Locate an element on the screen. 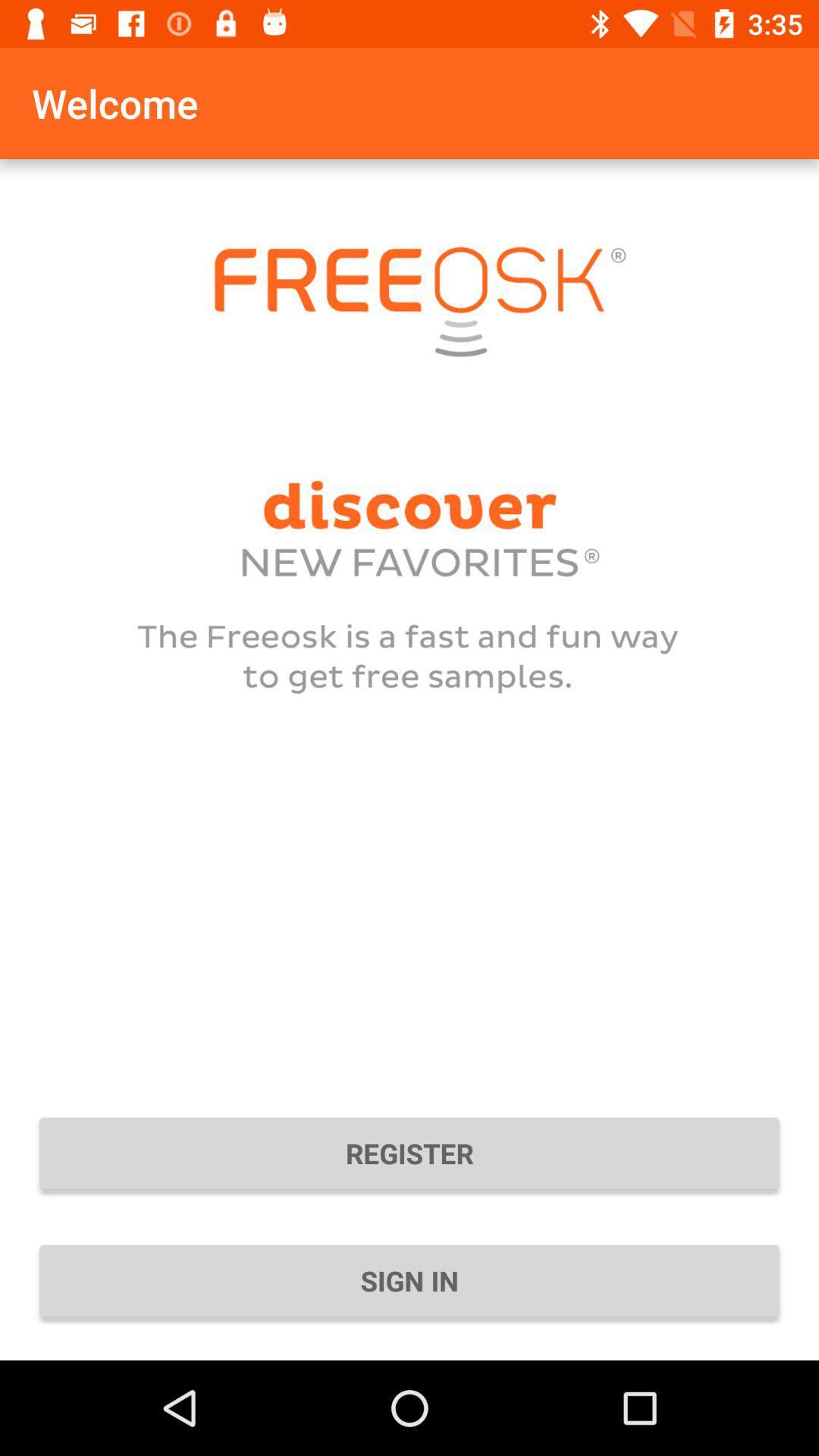  the icon above the sign in icon is located at coordinates (409, 1153).